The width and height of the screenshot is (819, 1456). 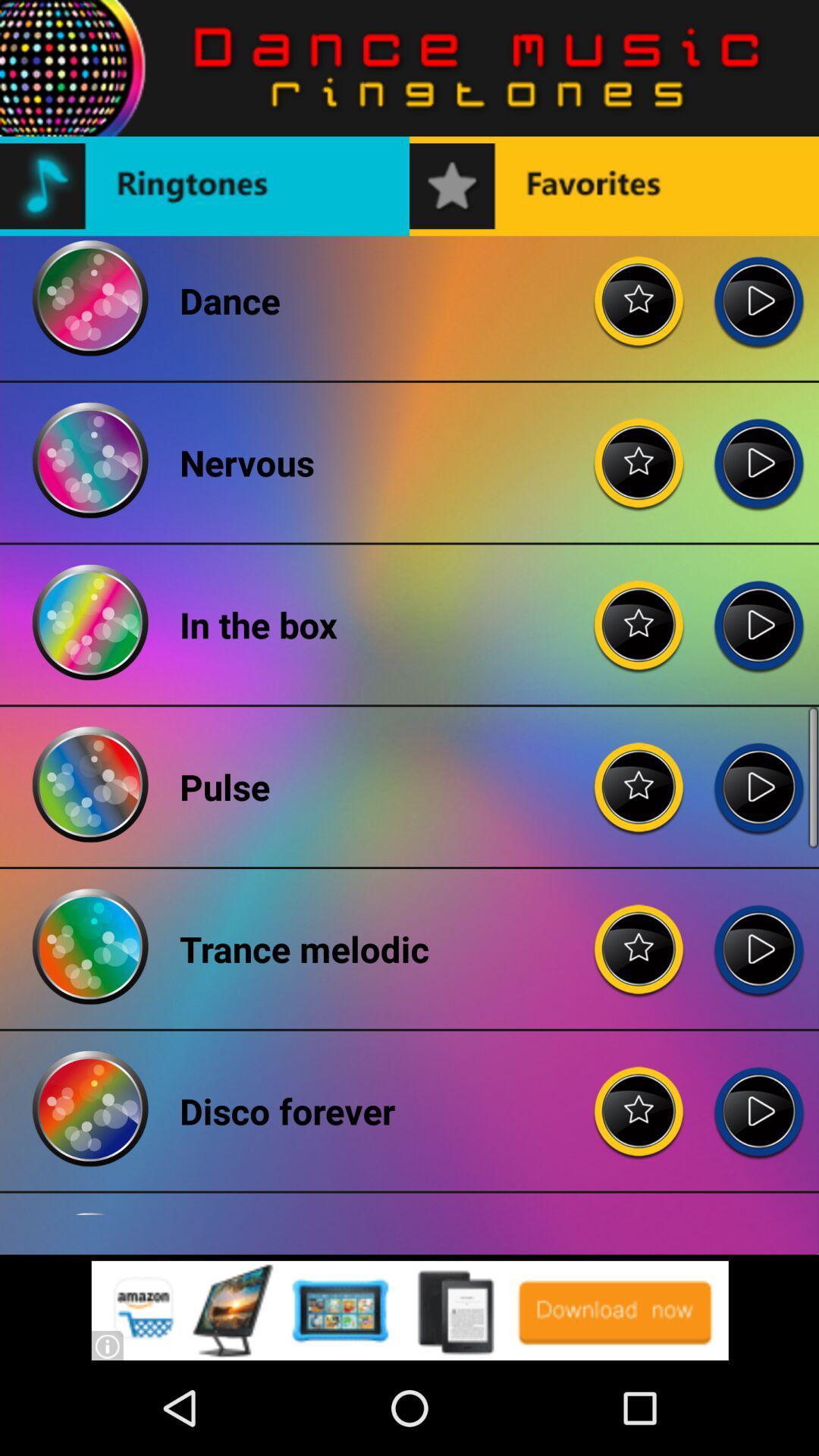 I want to click on to favourites, so click(x=639, y=450).